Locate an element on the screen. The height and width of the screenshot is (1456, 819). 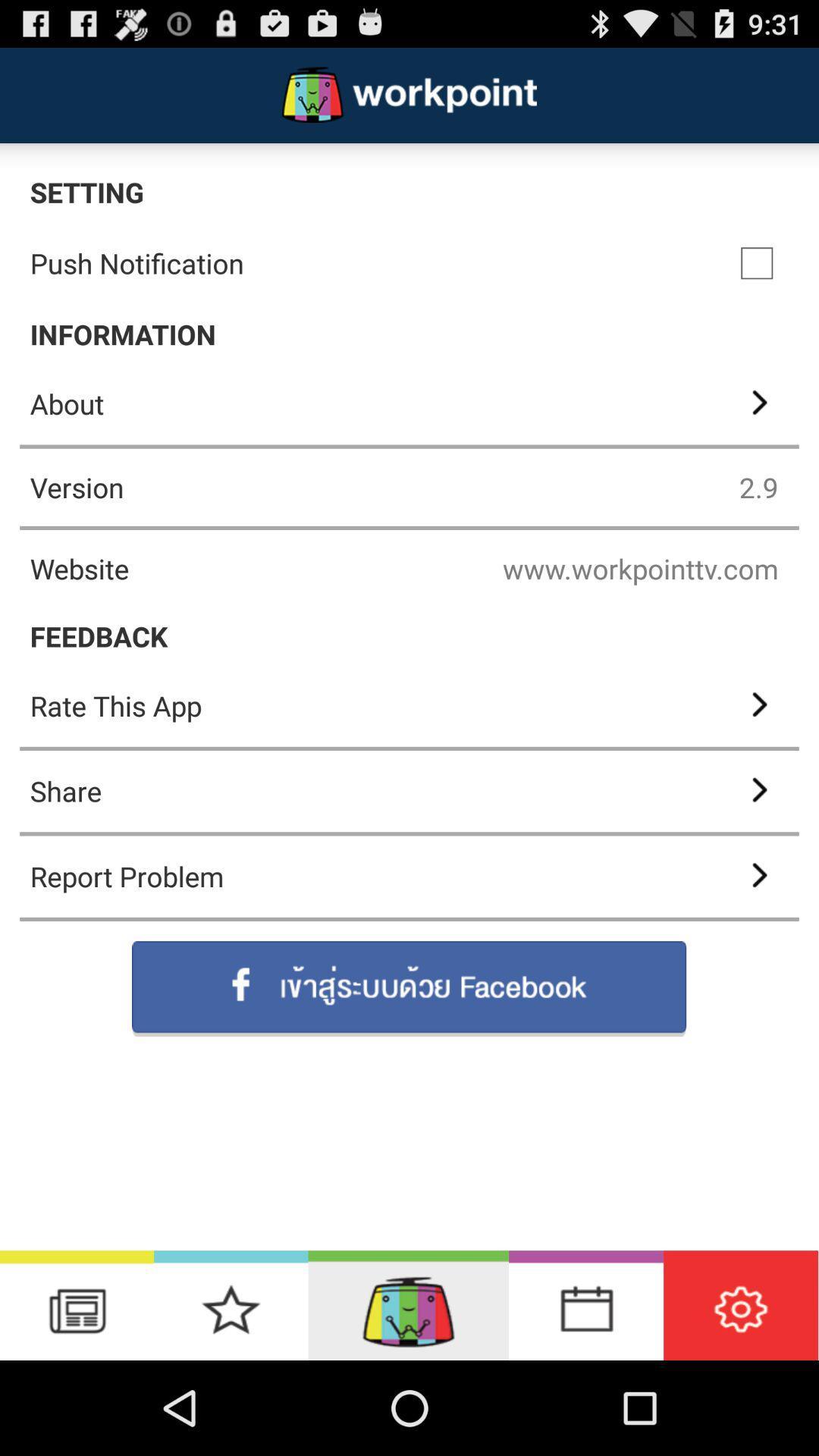
show favorites is located at coordinates (231, 1304).